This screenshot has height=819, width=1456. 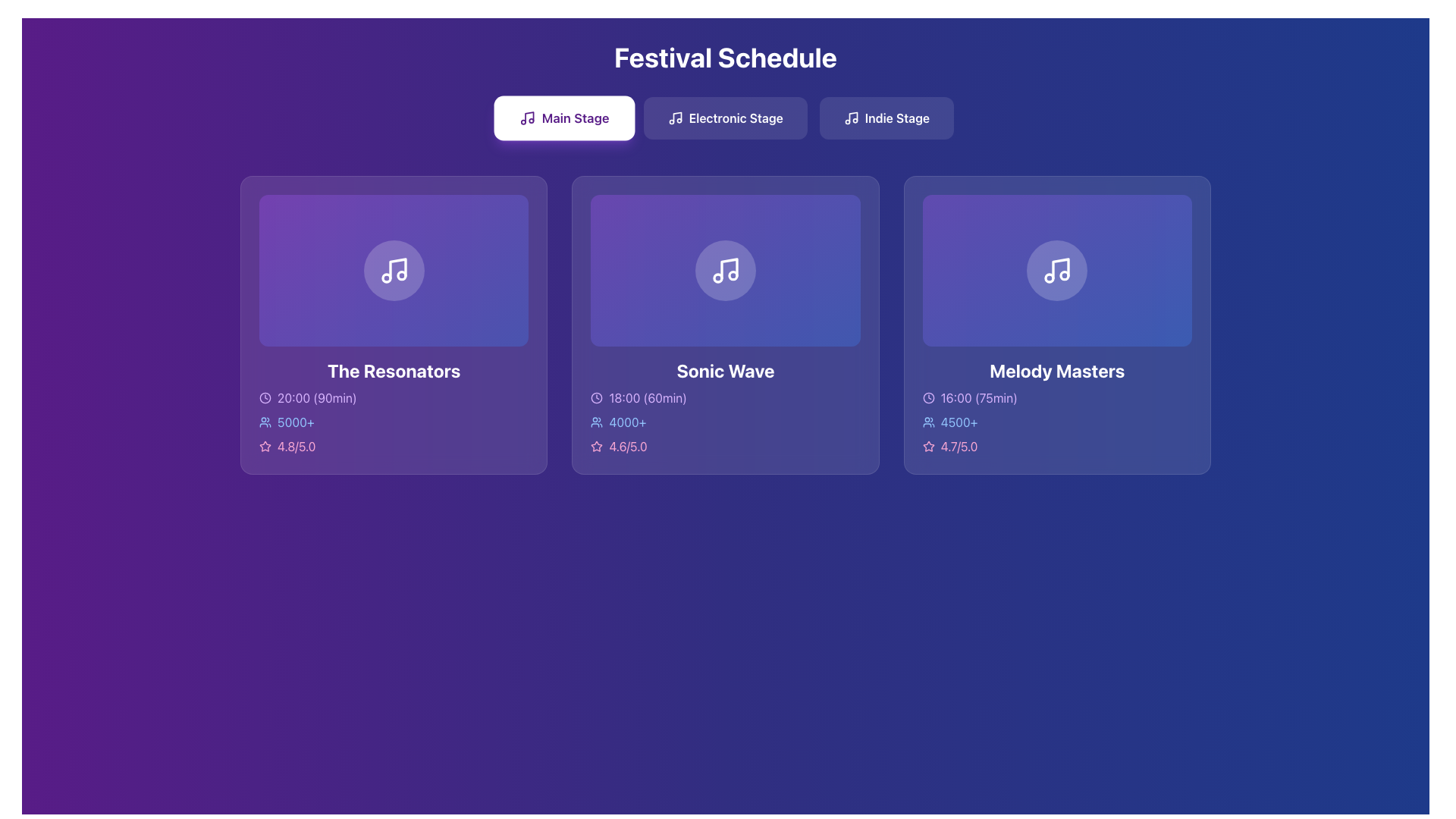 What do you see at coordinates (927, 445) in the screenshot?
I see `the rating icon representing the 5-star system for the 'Melody Masters' event in the rightmost column of the grid` at bounding box center [927, 445].